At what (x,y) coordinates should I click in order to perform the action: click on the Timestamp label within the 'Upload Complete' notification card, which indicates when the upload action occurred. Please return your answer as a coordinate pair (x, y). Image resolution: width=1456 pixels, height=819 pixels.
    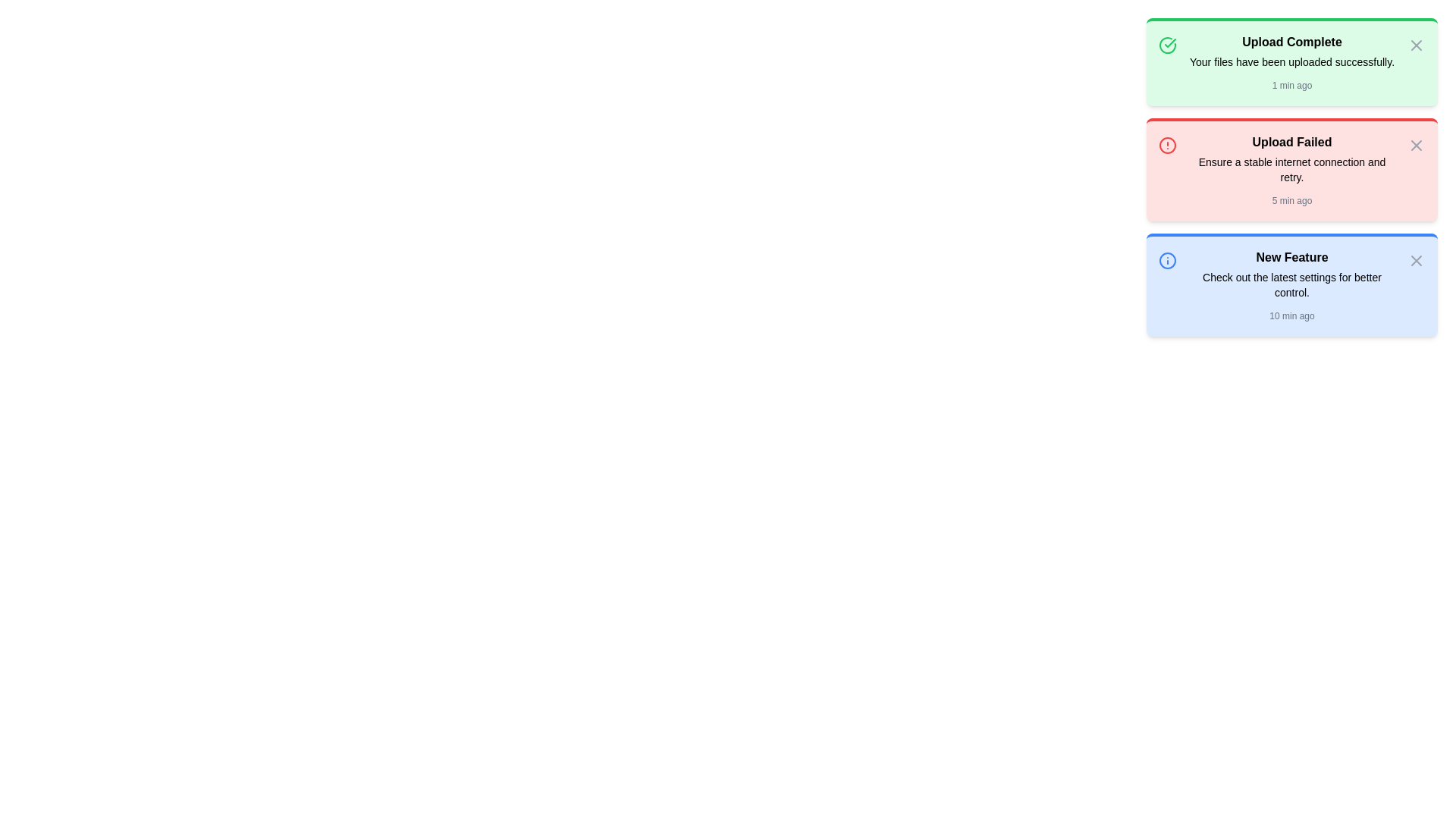
    Looking at the image, I should click on (1291, 85).